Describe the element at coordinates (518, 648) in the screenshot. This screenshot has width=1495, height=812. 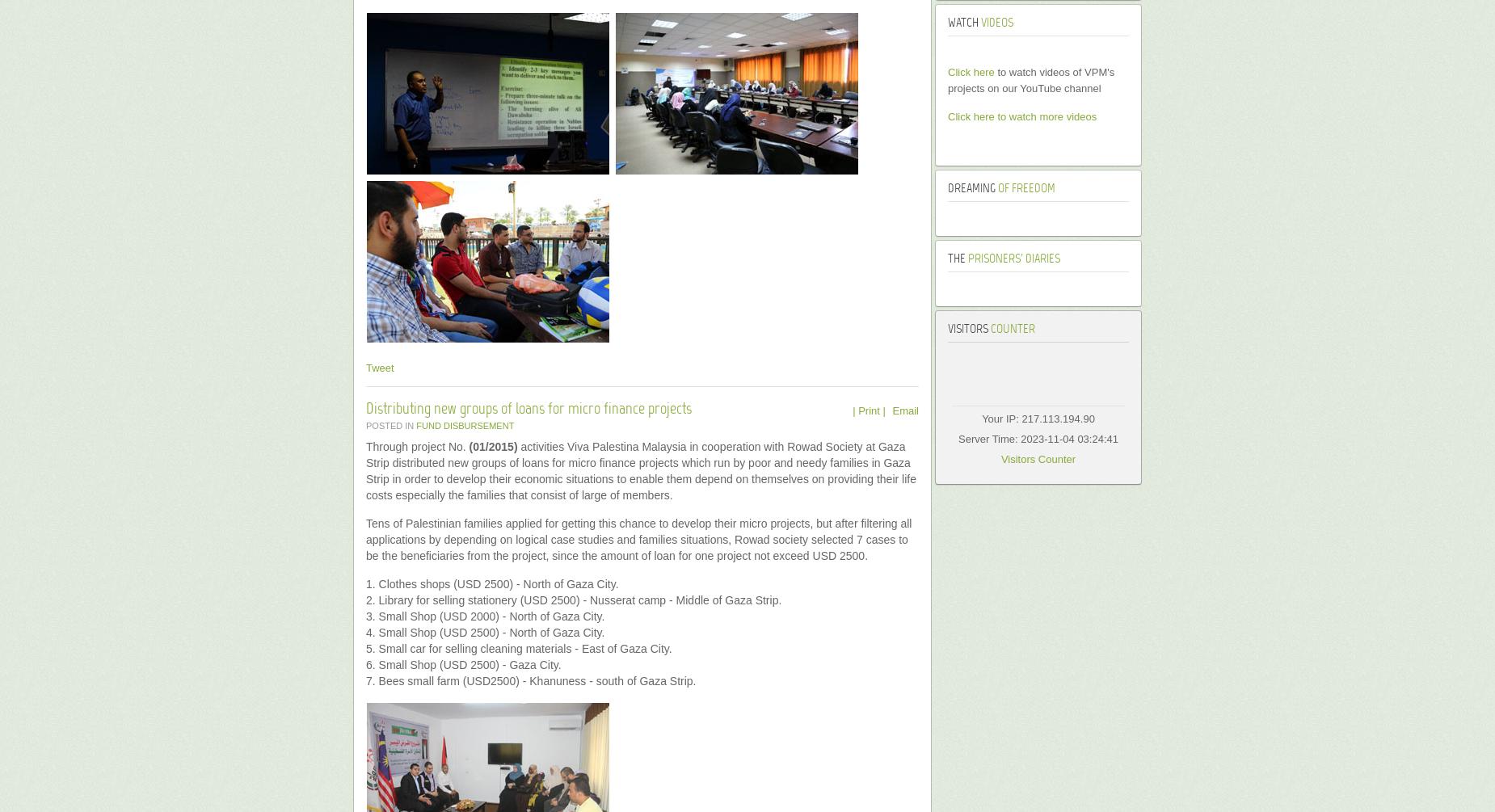
I see `'5. Small car for selling cleaning materials - East of Gaza City.'` at that location.